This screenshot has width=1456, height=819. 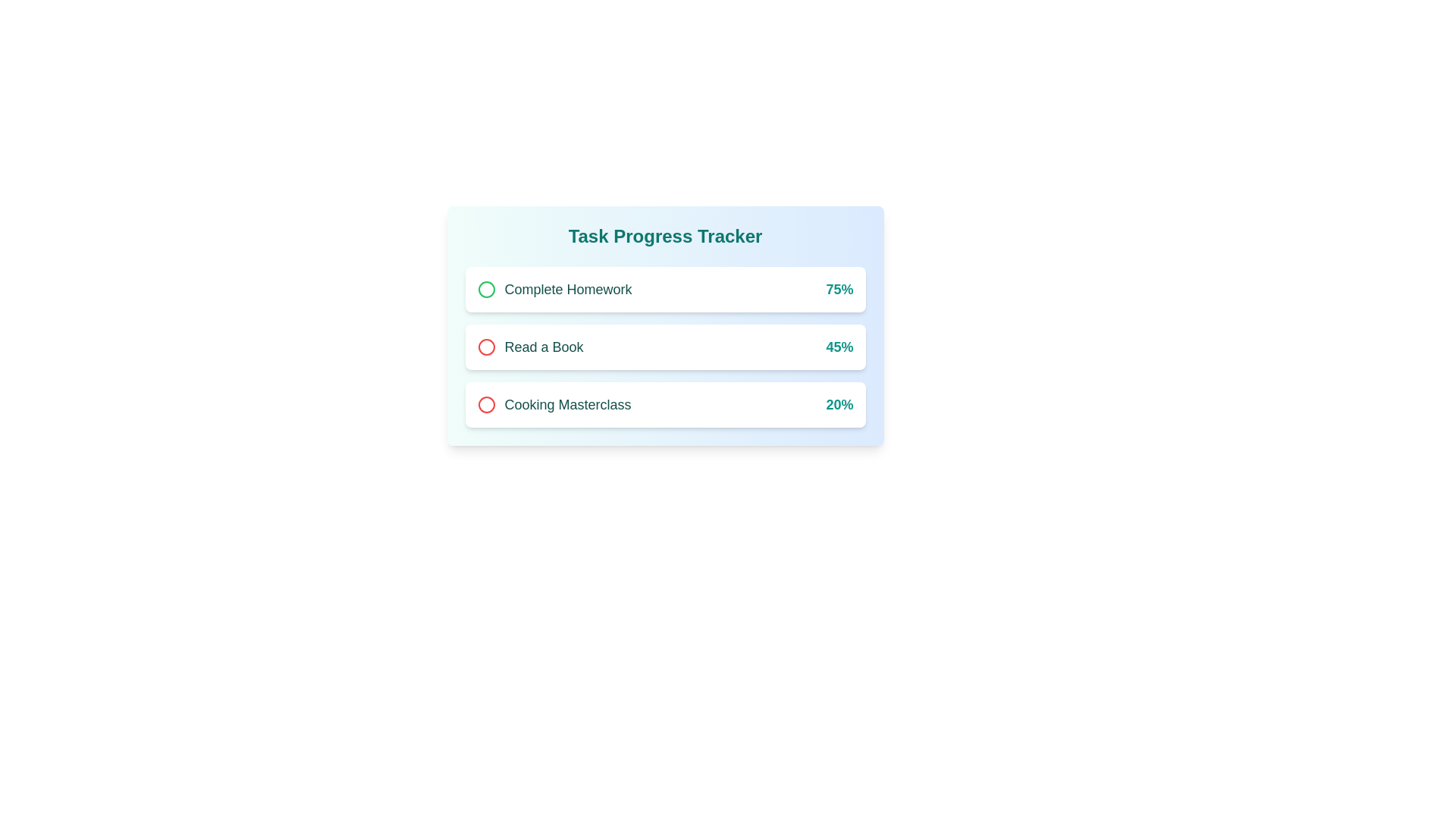 What do you see at coordinates (665, 347) in the screenshot?
I see `the second list item in the Task Progress Tracker section that displays the progress status of the task 'Read a Book', which is indicated by a red icon for an incomplete task` at bounding box center [665, 347].